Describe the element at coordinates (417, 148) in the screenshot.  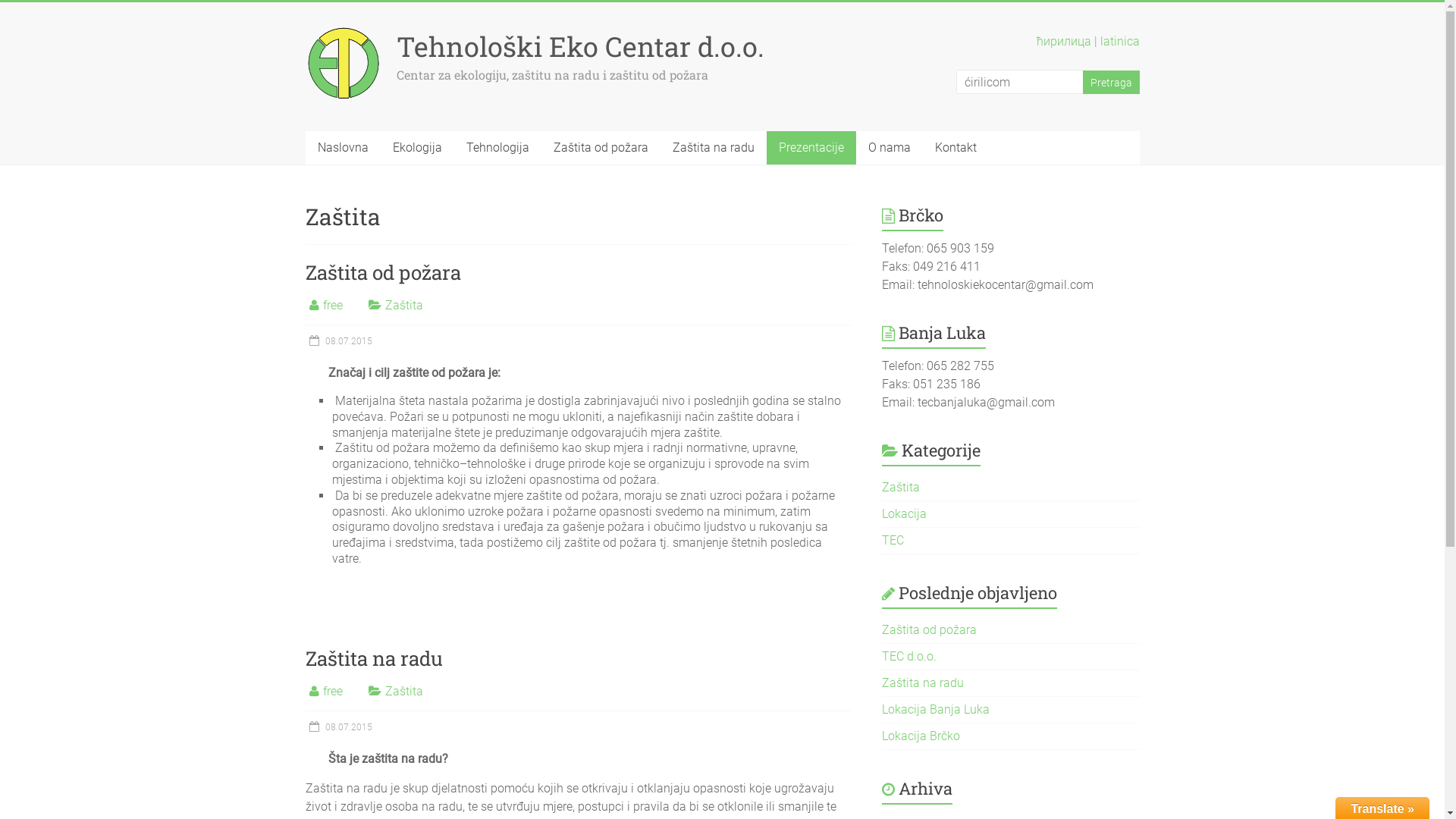
I see `'Ekologija'` at that location.